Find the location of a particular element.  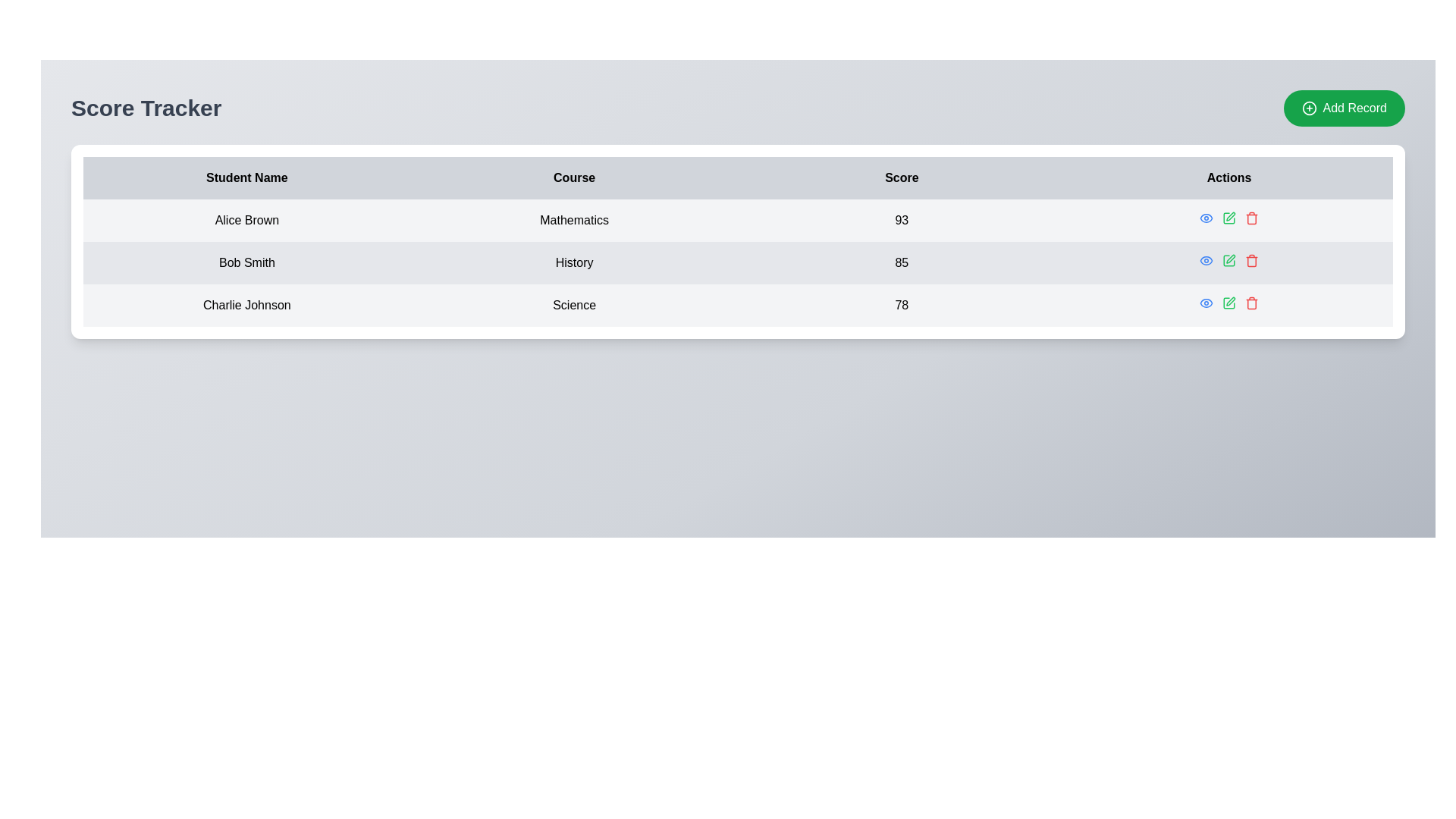

the blue eye-shaped button in the 'Actions' column of the student scores table is located at coordinates (1205, 303).